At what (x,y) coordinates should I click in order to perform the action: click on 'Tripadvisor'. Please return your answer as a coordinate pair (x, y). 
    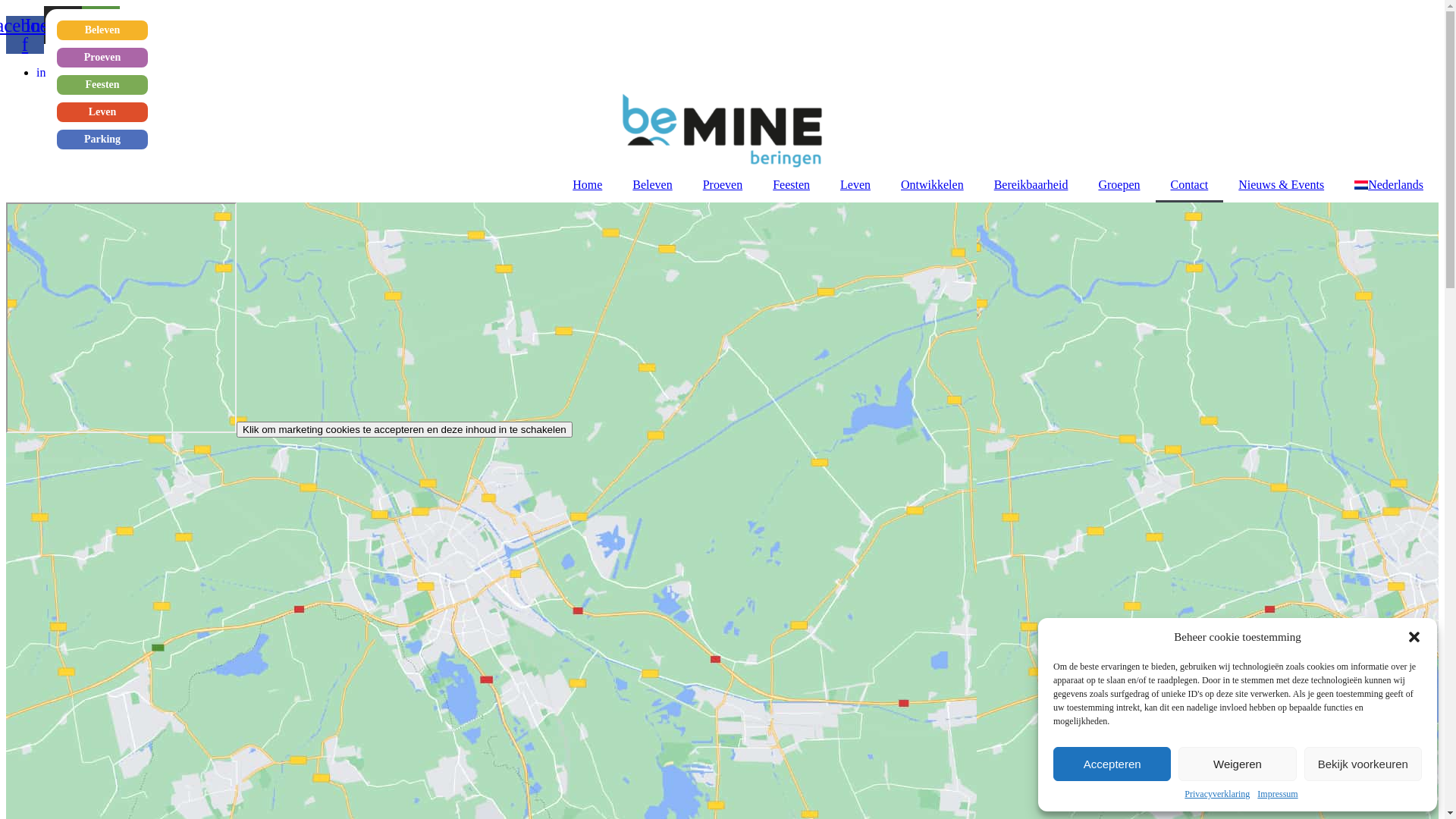
    Looking at the image, I should click on (100, 25).